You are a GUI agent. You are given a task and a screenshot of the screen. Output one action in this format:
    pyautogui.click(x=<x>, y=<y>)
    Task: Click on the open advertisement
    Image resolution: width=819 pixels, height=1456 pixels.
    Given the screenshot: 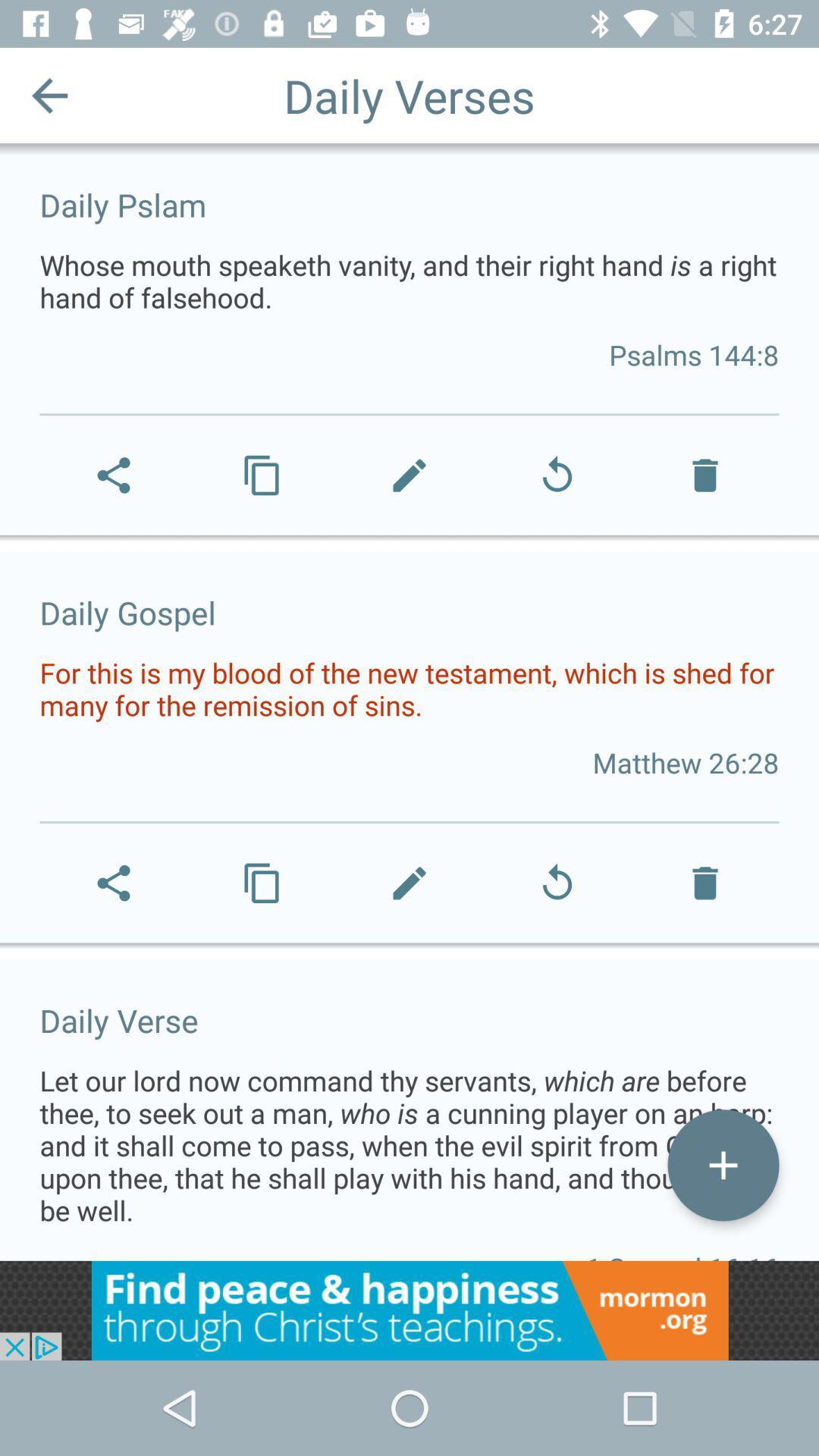 What is the action you would take?
    pyautogui.click(x=409, y=1310)
    